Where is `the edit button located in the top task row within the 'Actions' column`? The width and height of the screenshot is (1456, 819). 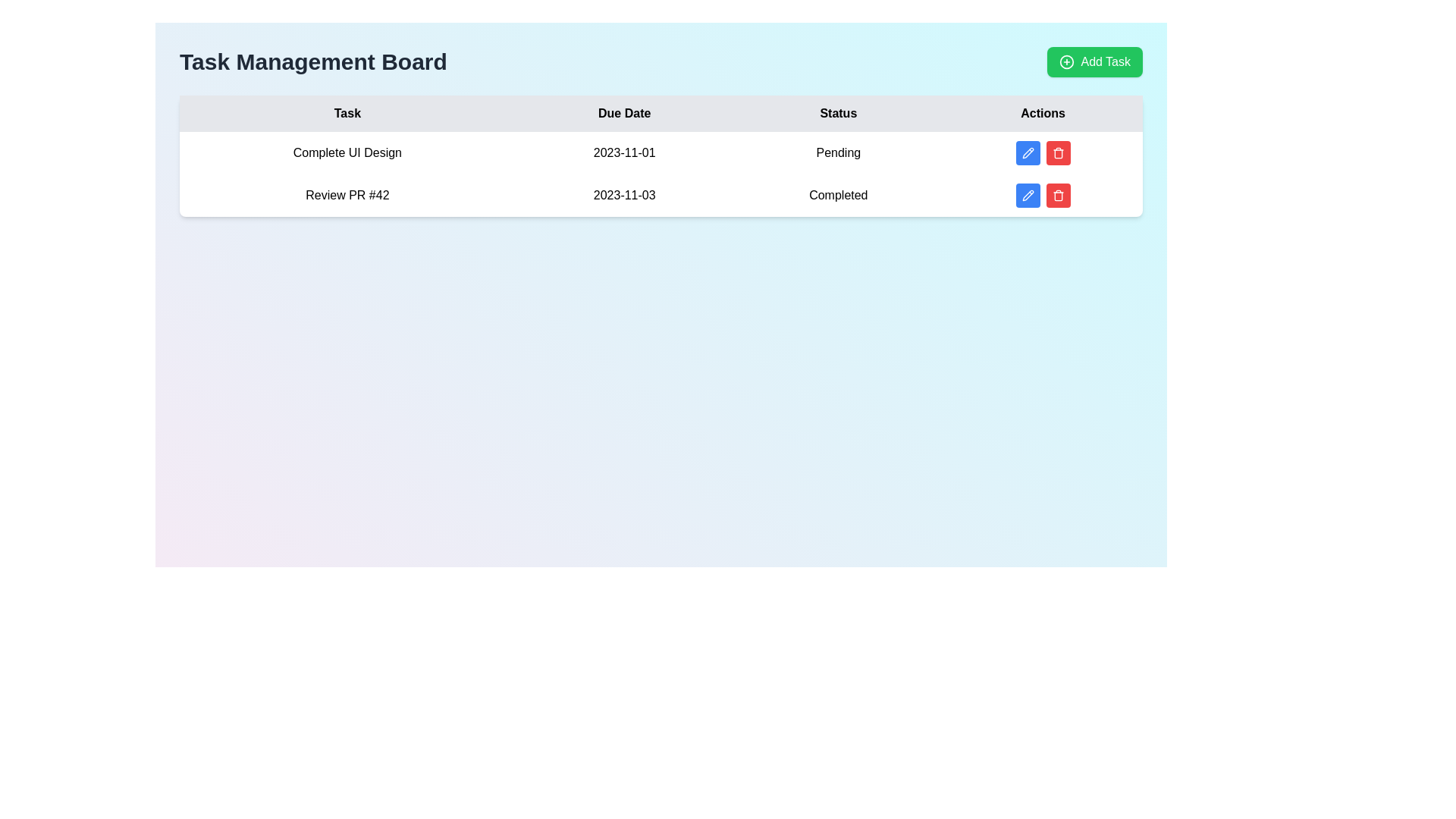 the edit button located in the top task row within the 'Actions' column is located at coordinates (1028, 152).